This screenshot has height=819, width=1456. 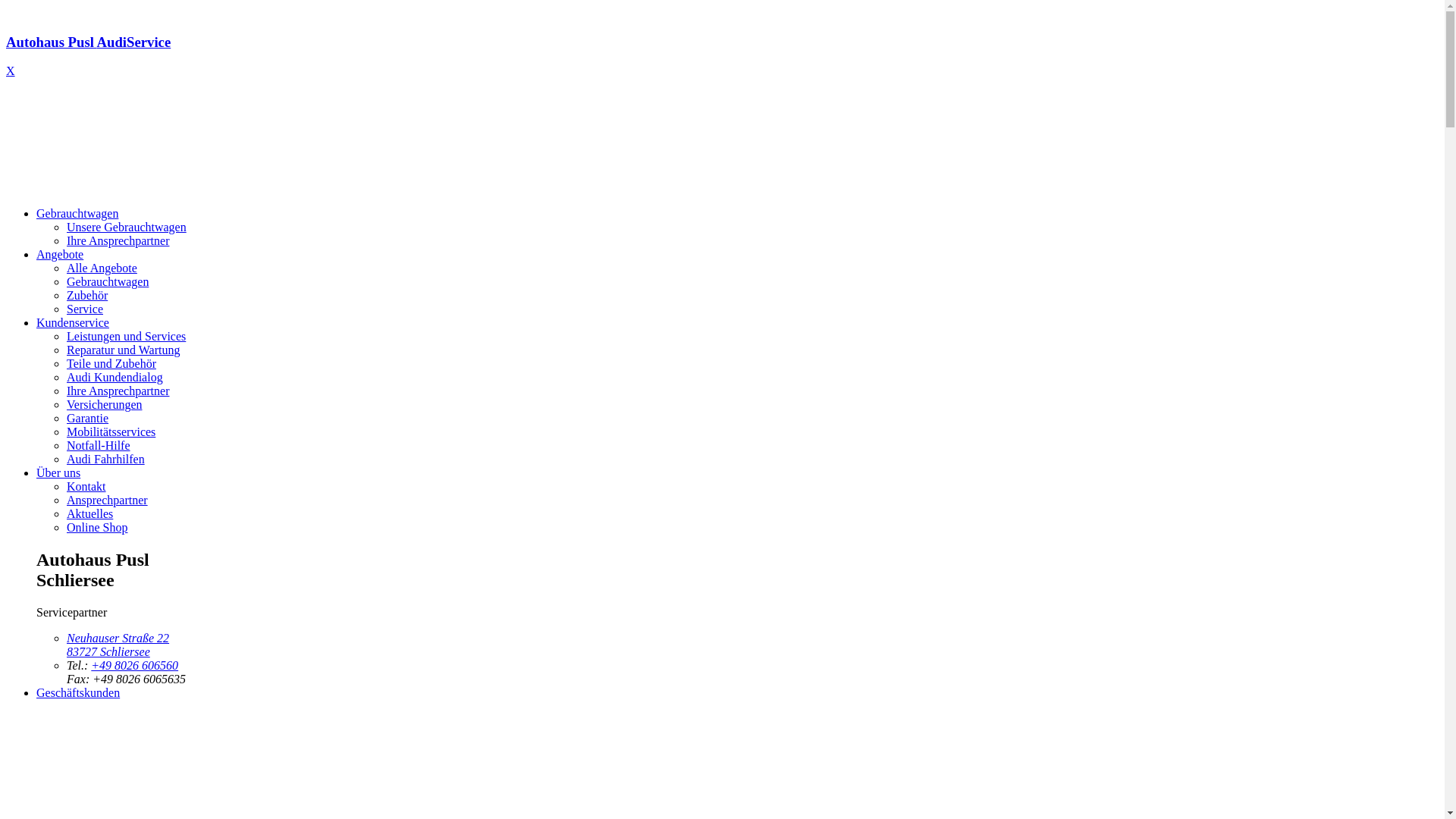 I want to click on 'X', so click(x=11, y=71).